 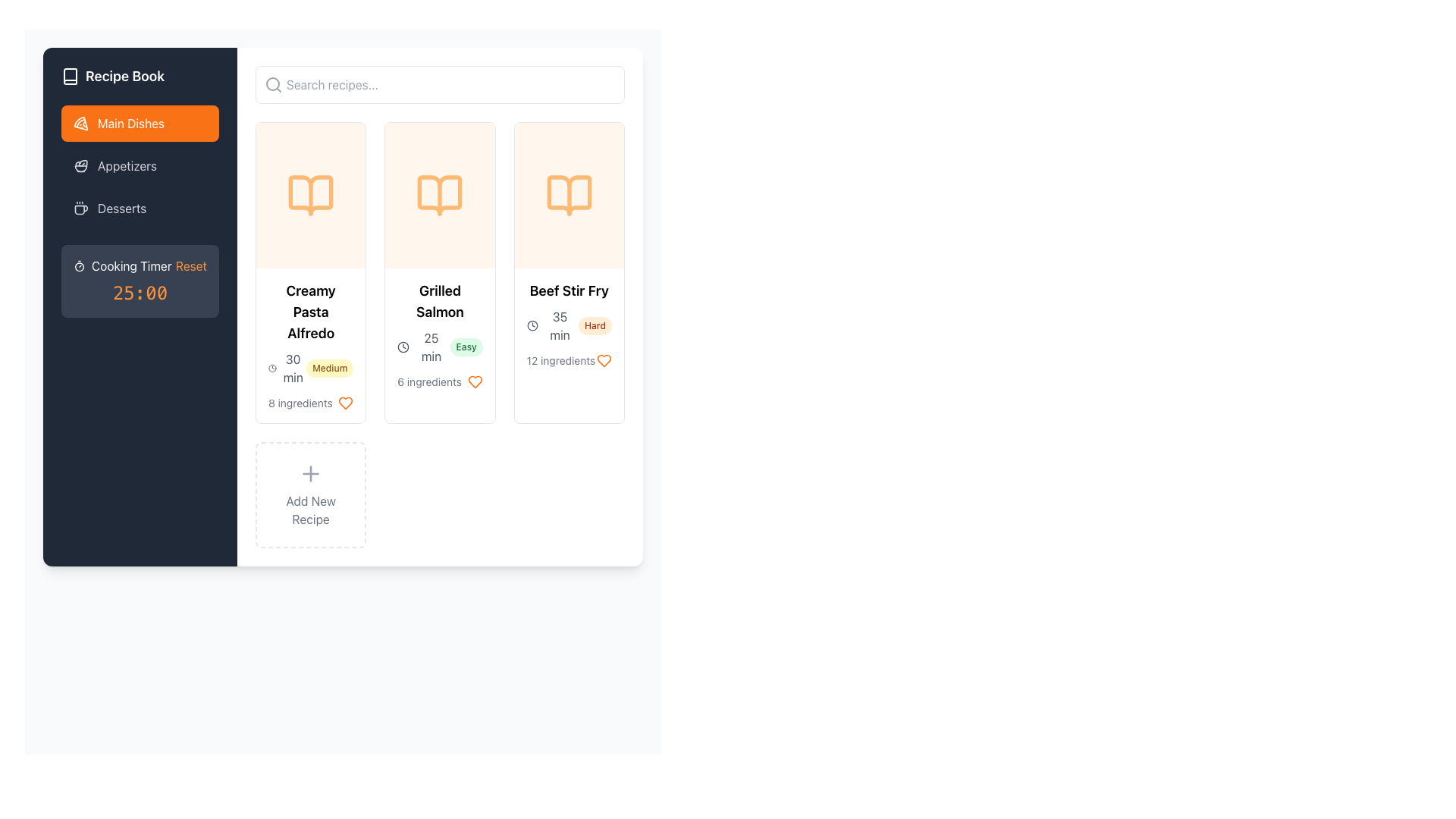 What do you see at coordinates (568, 360) in the screenshot?
I see `the gray-colored text '12 ingredients' in the 'Beef Stir Fry' section` at bounding box center [568, 360].